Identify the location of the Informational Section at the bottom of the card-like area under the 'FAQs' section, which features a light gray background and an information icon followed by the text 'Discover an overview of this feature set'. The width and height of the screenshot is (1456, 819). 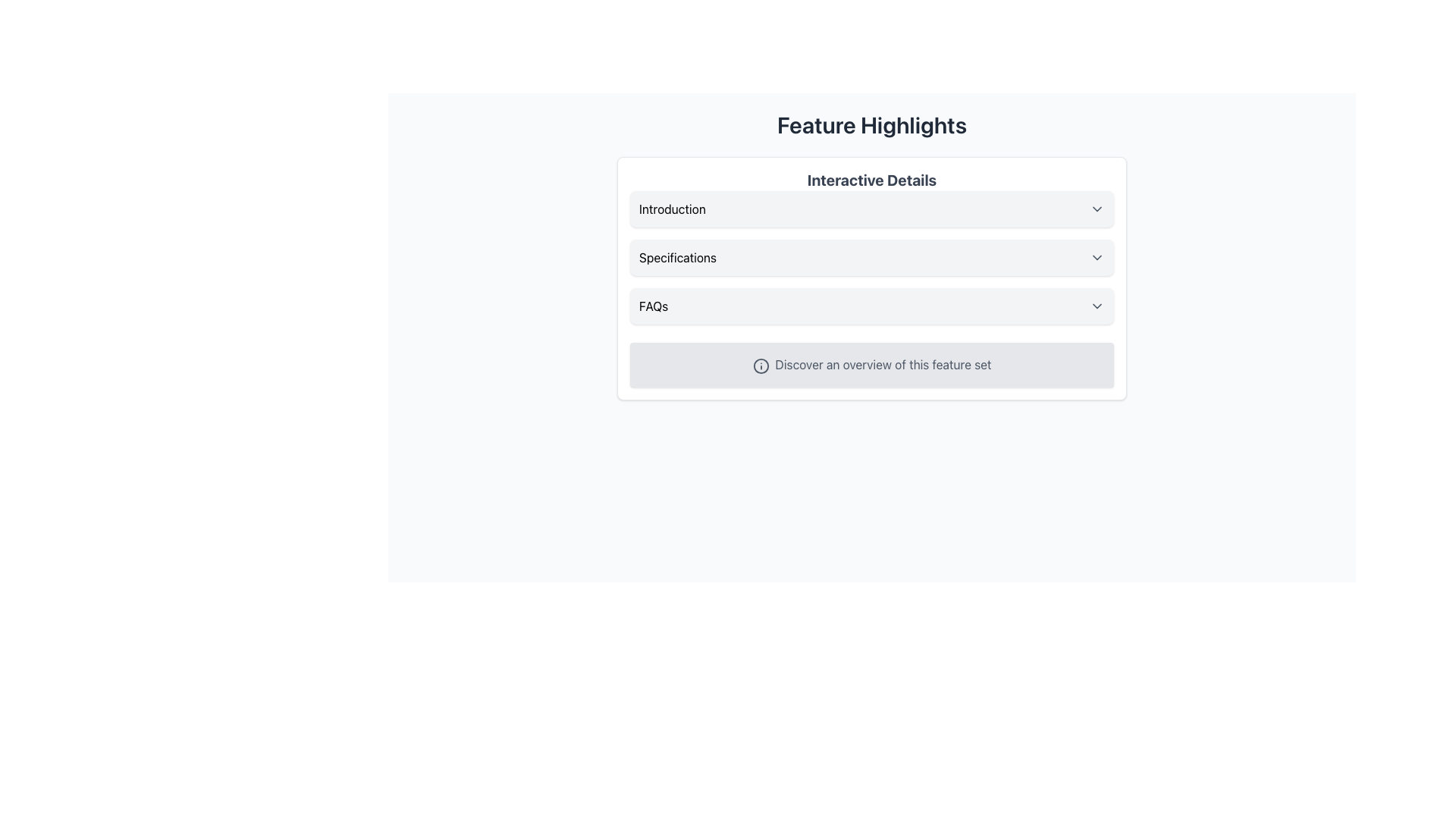
(872, 365).